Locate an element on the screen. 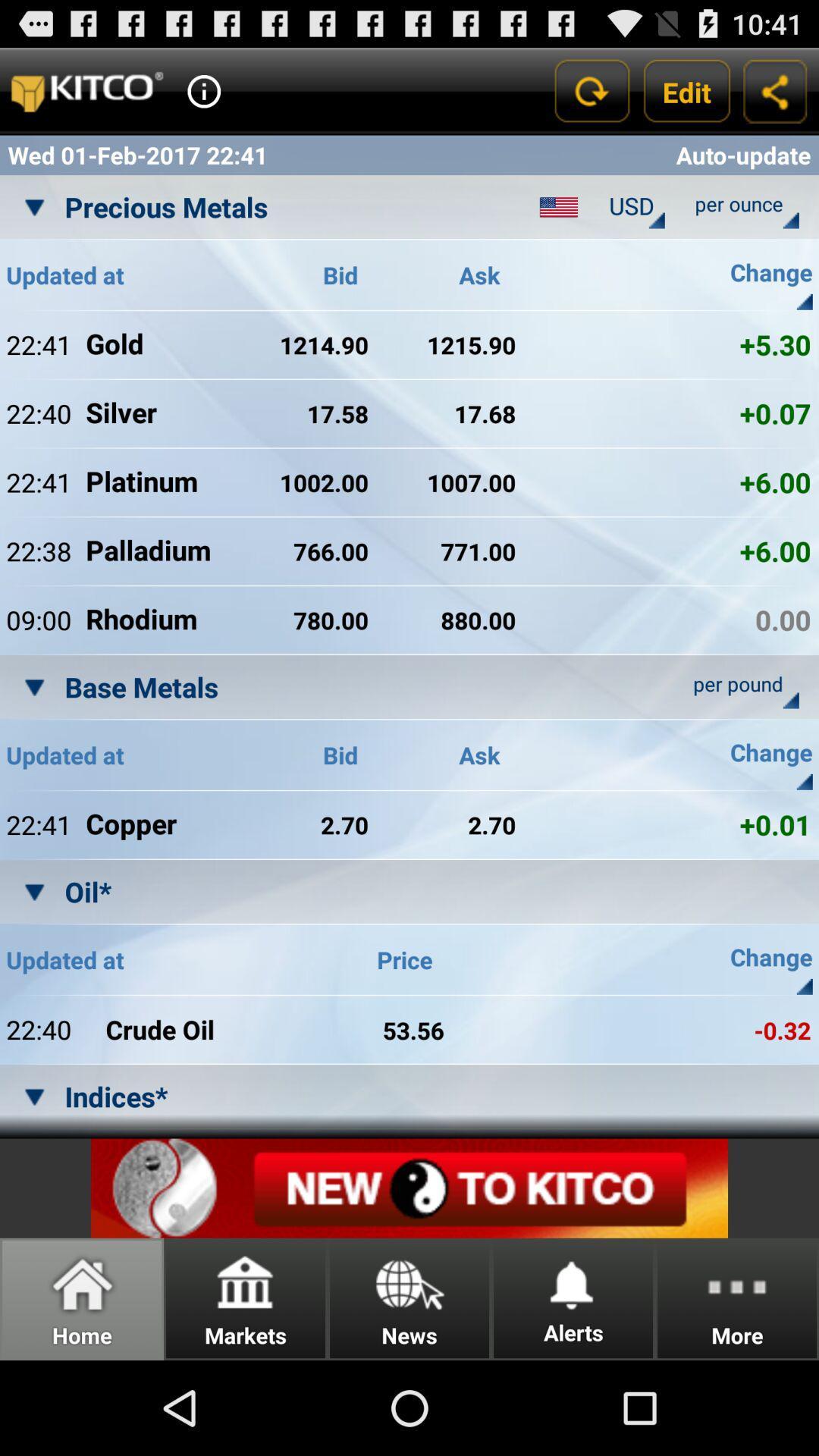 The image size is (819, 1456). new to kitco is located at coordinates (409, 1188).